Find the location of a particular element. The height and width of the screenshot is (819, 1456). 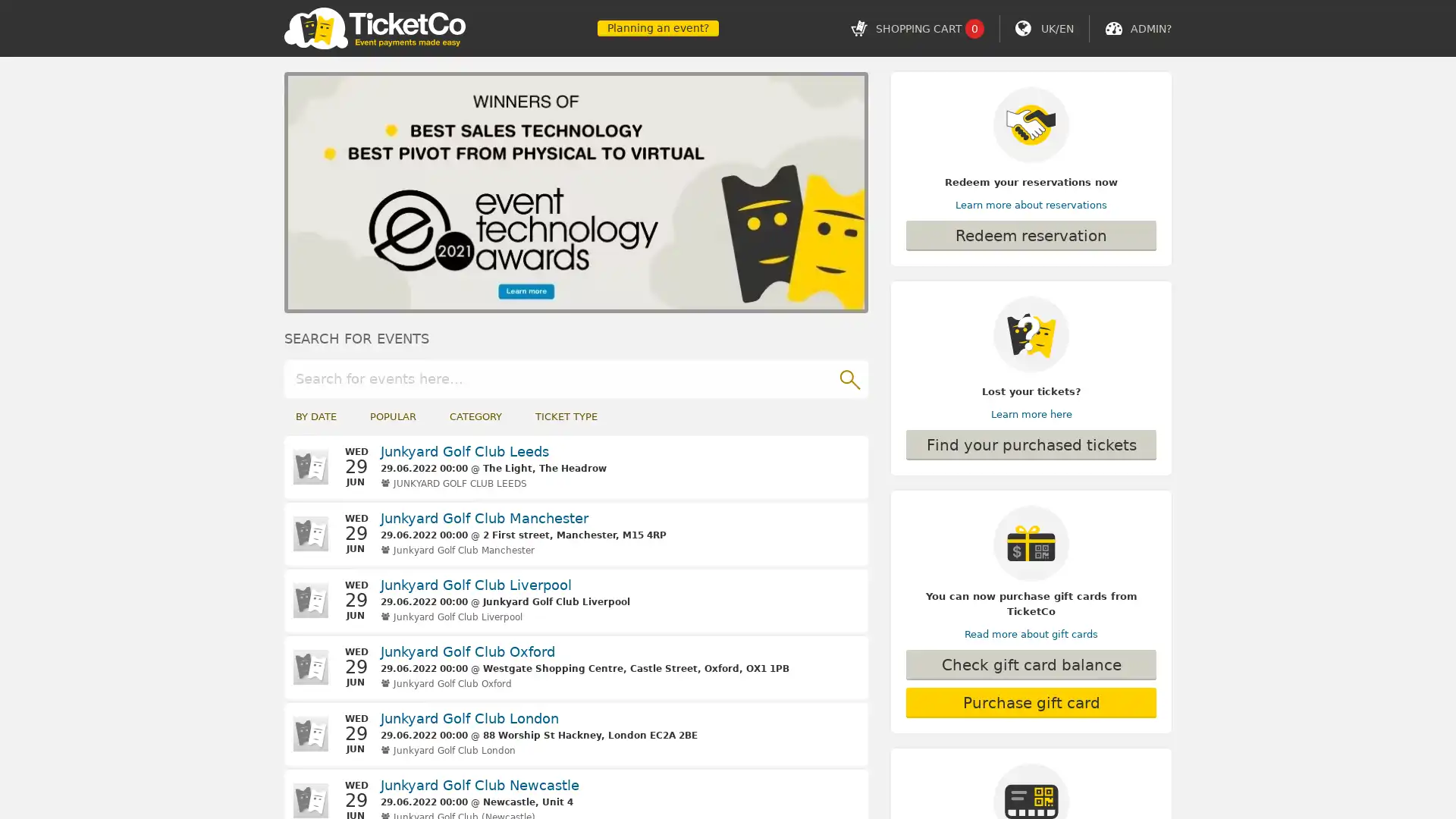

Find your purchased tickets is located at coordinates (1031, 444).